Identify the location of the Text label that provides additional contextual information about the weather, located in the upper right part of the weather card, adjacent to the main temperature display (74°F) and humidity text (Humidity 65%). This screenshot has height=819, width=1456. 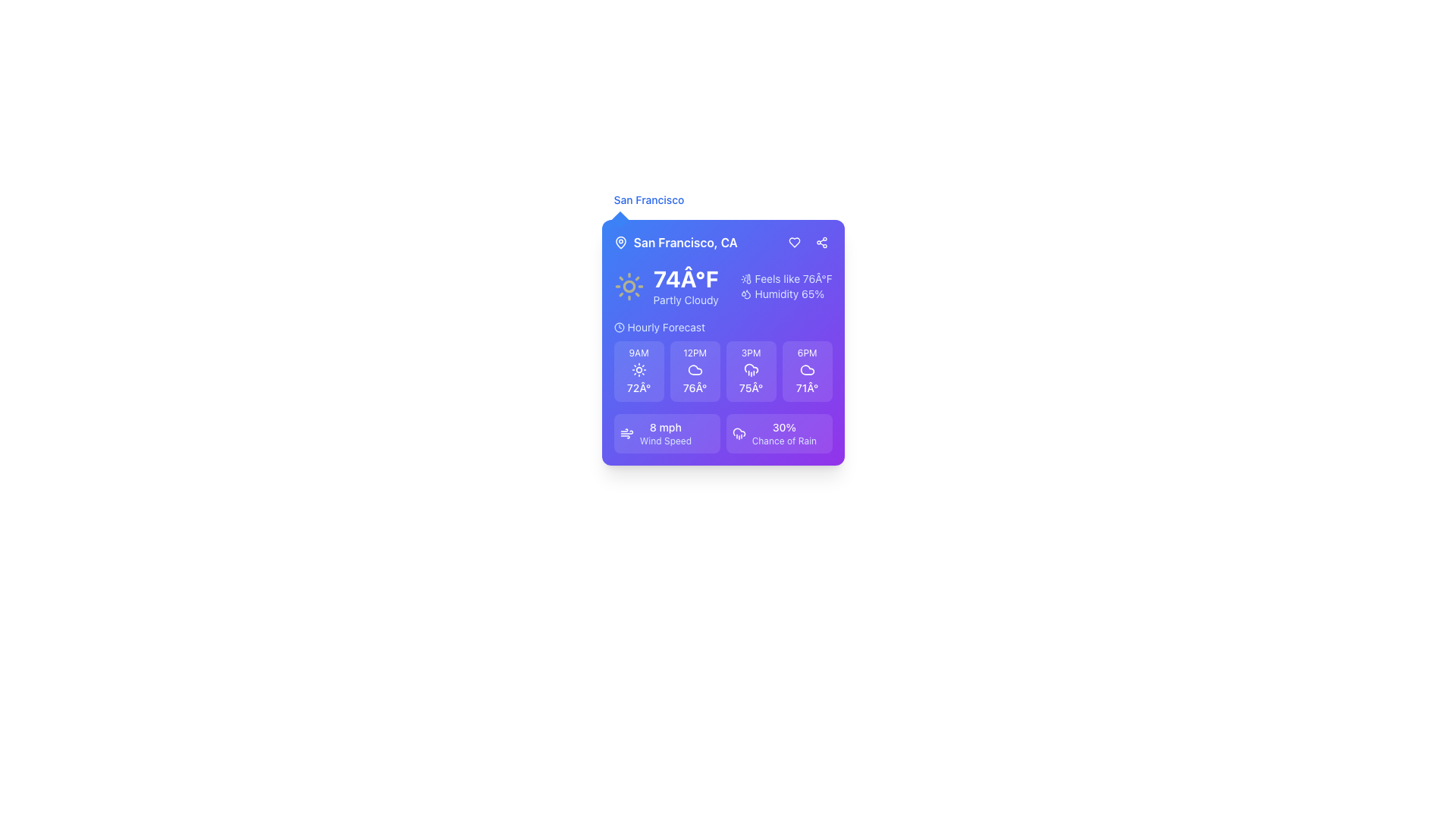
(792, 278).